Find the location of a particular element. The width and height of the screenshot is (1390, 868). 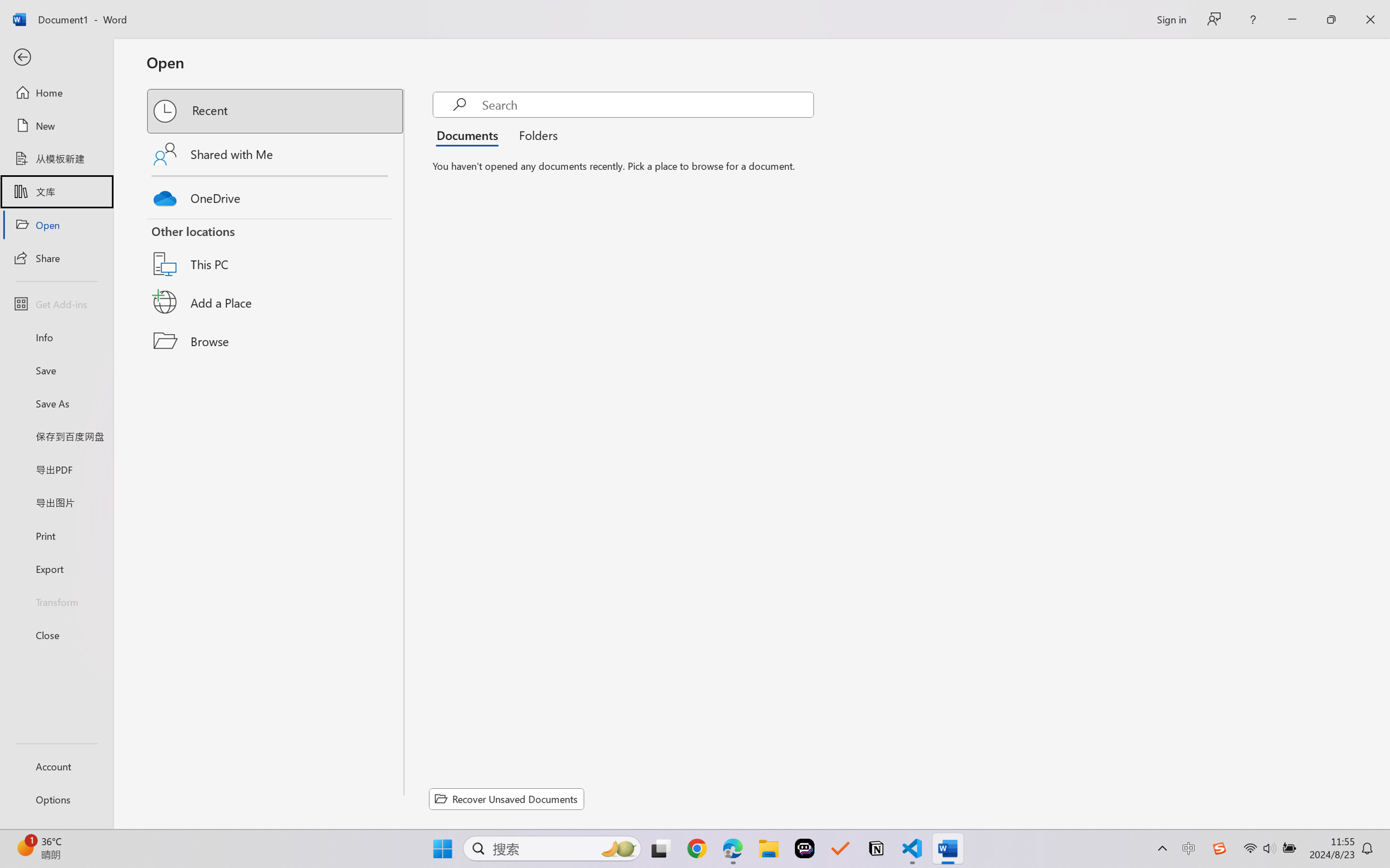

'Documents' is located at coordinates (470, 134).